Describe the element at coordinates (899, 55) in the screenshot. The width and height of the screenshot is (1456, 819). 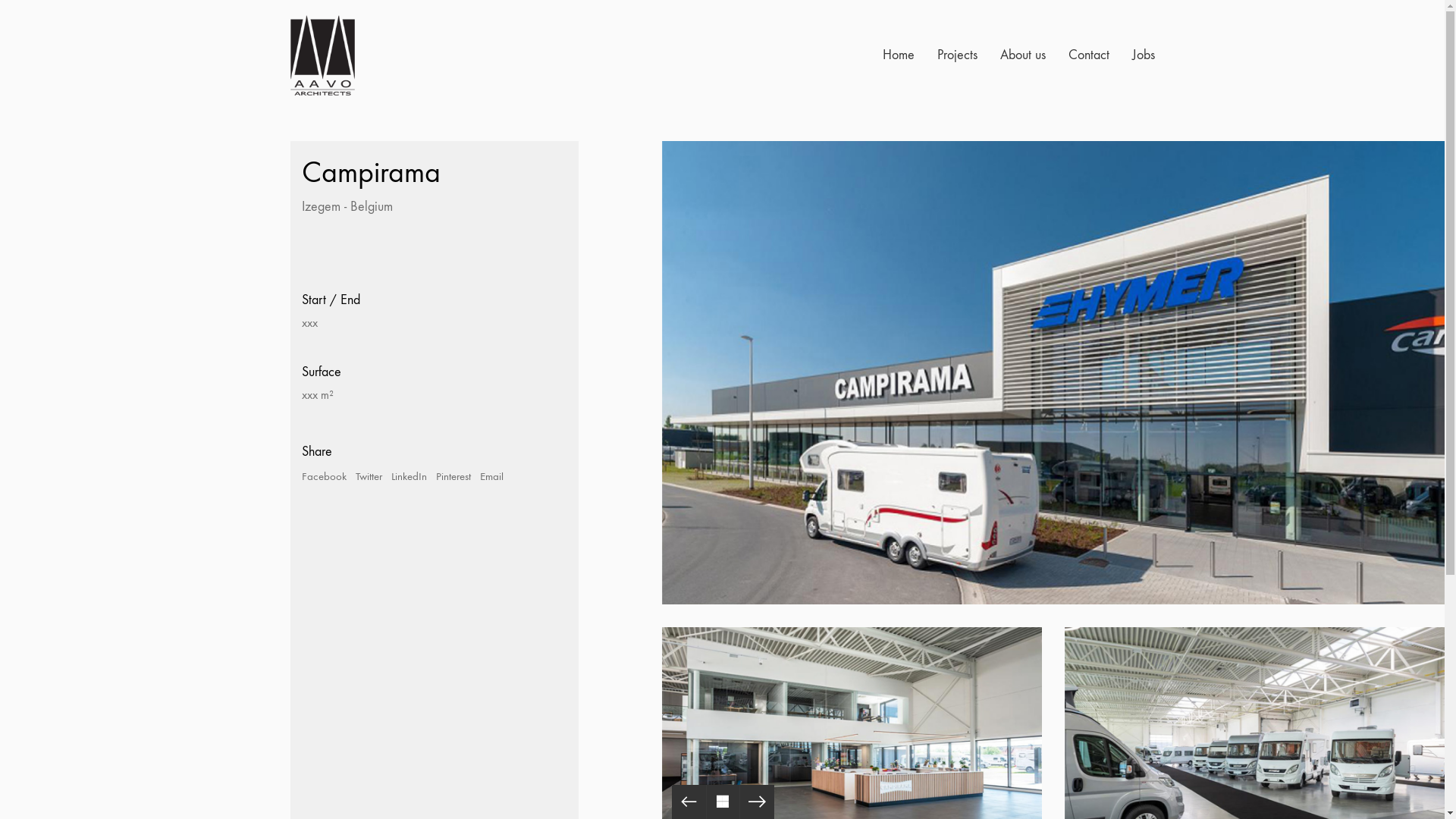
I see `'Home'` at that location.